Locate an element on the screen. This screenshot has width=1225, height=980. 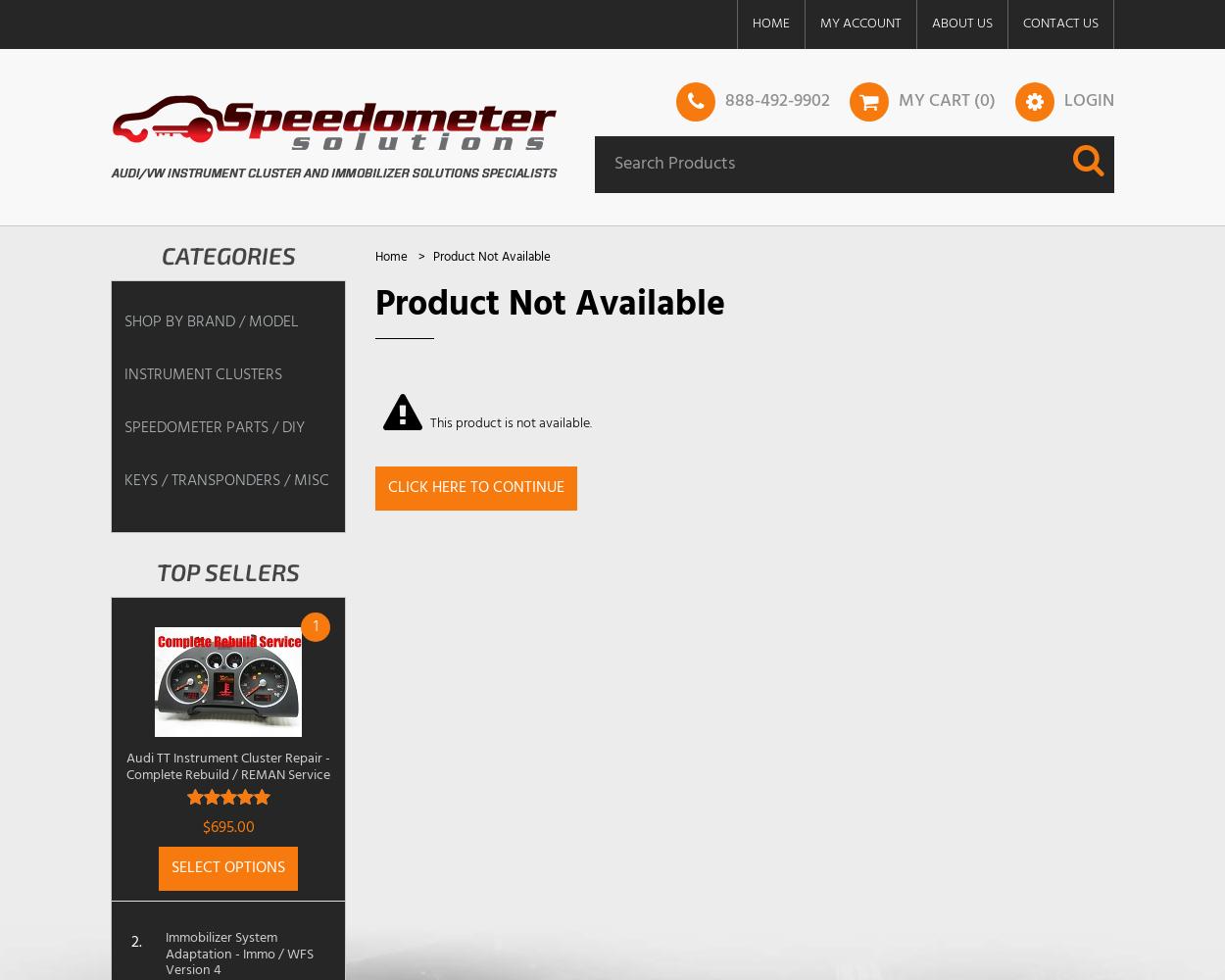
'Contact Us' is located at coordinates (1059, 24).